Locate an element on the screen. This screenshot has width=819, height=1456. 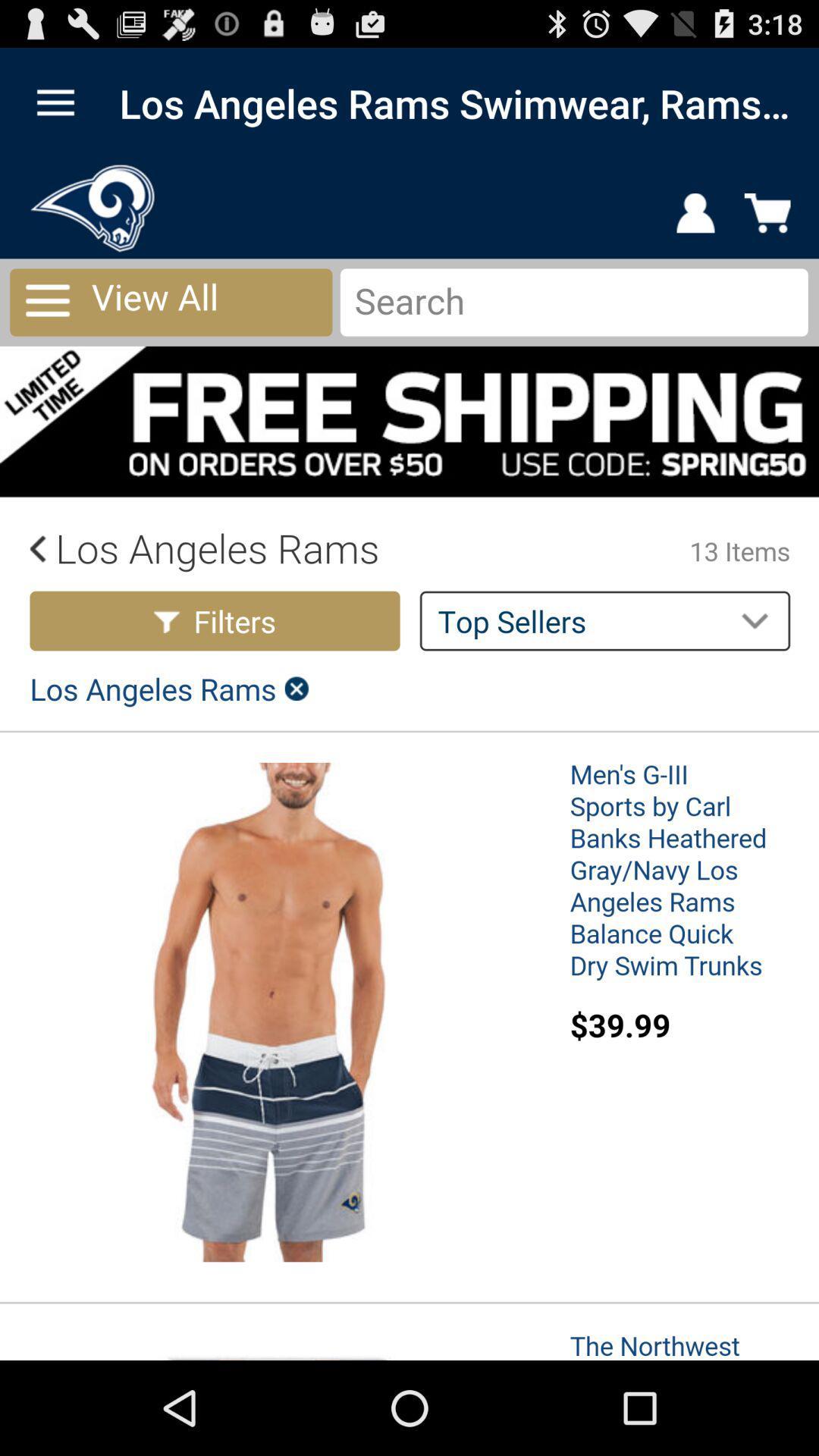
open main menu is located at coordinates (55, 102).